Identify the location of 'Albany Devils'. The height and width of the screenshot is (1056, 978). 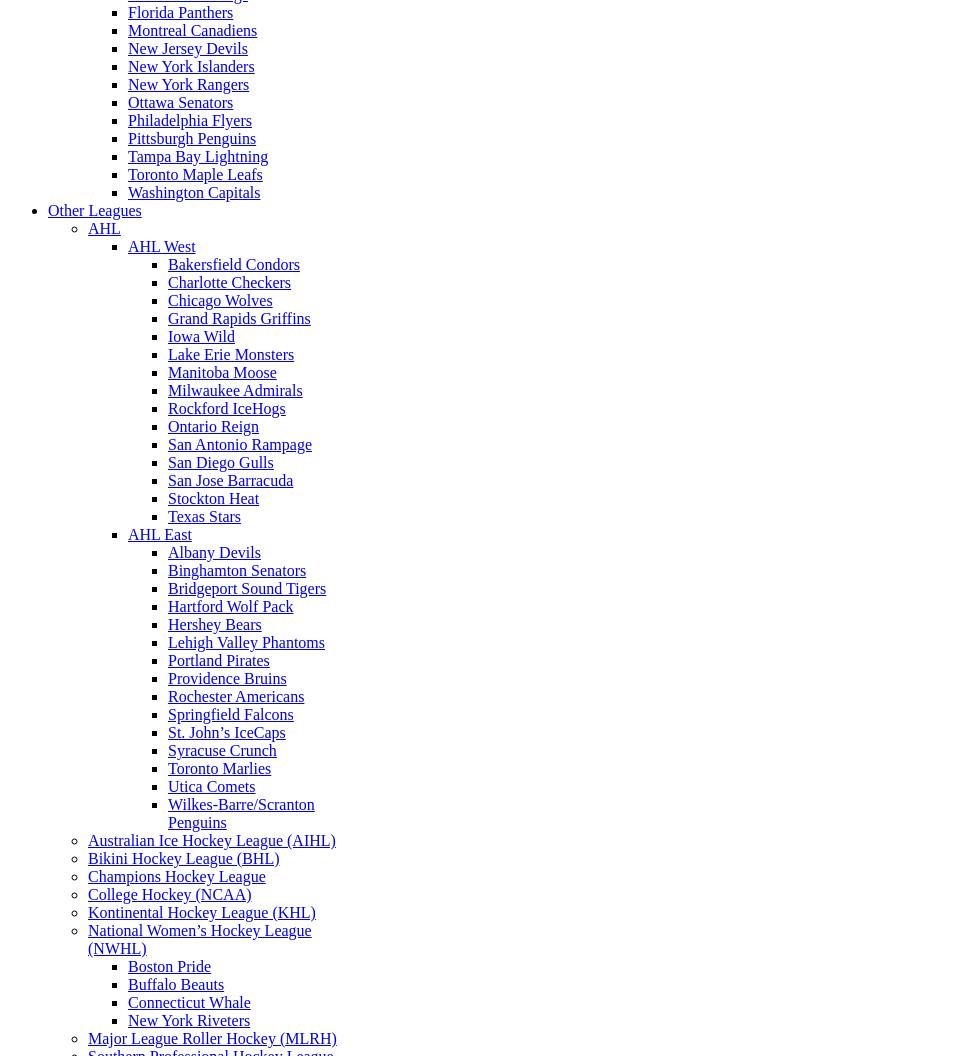
(168, 552).